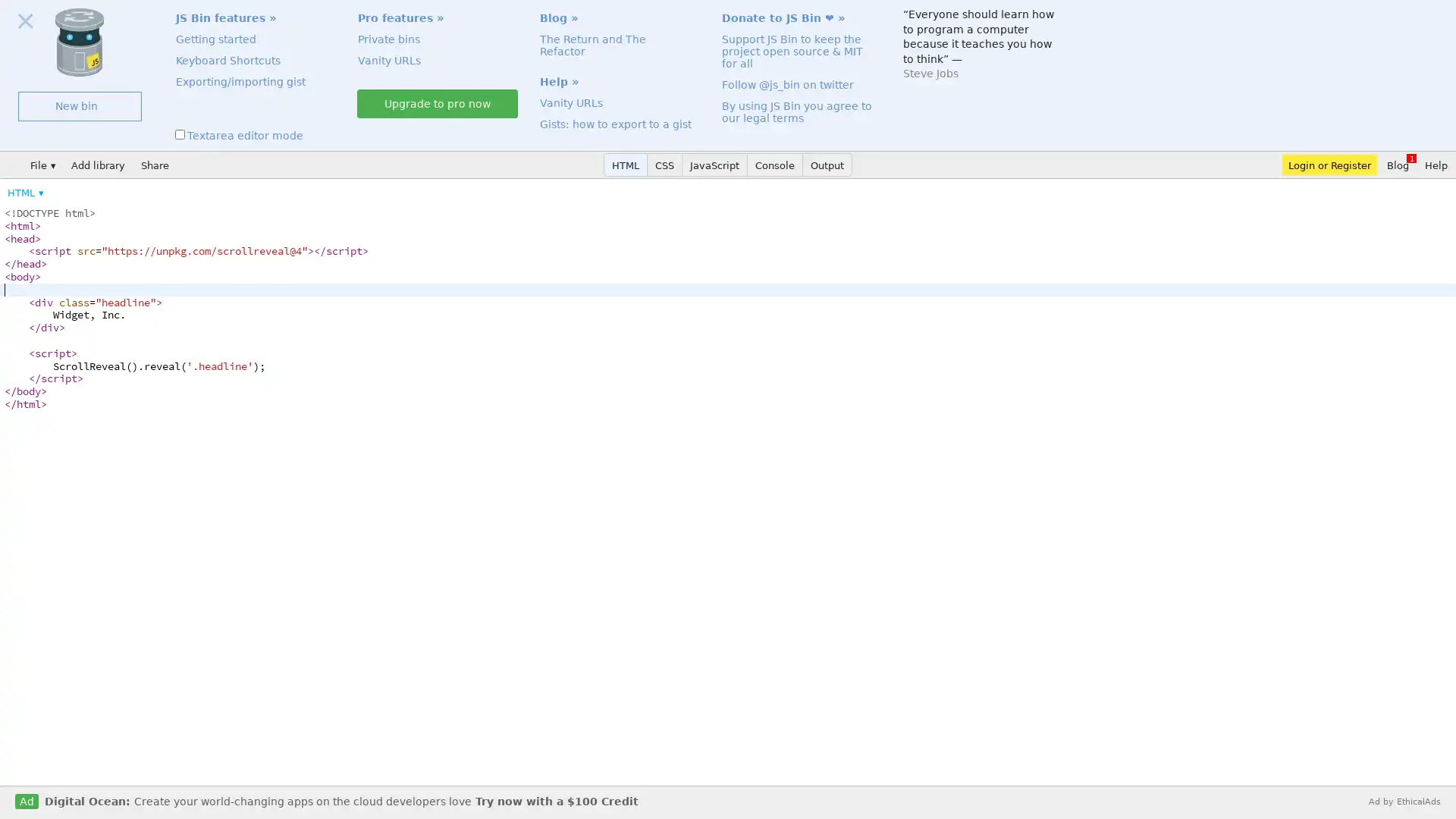 The height and width of the screenshot is (819, 1456). I want to click on CSS Panel: Inactive, so click(665, 165).